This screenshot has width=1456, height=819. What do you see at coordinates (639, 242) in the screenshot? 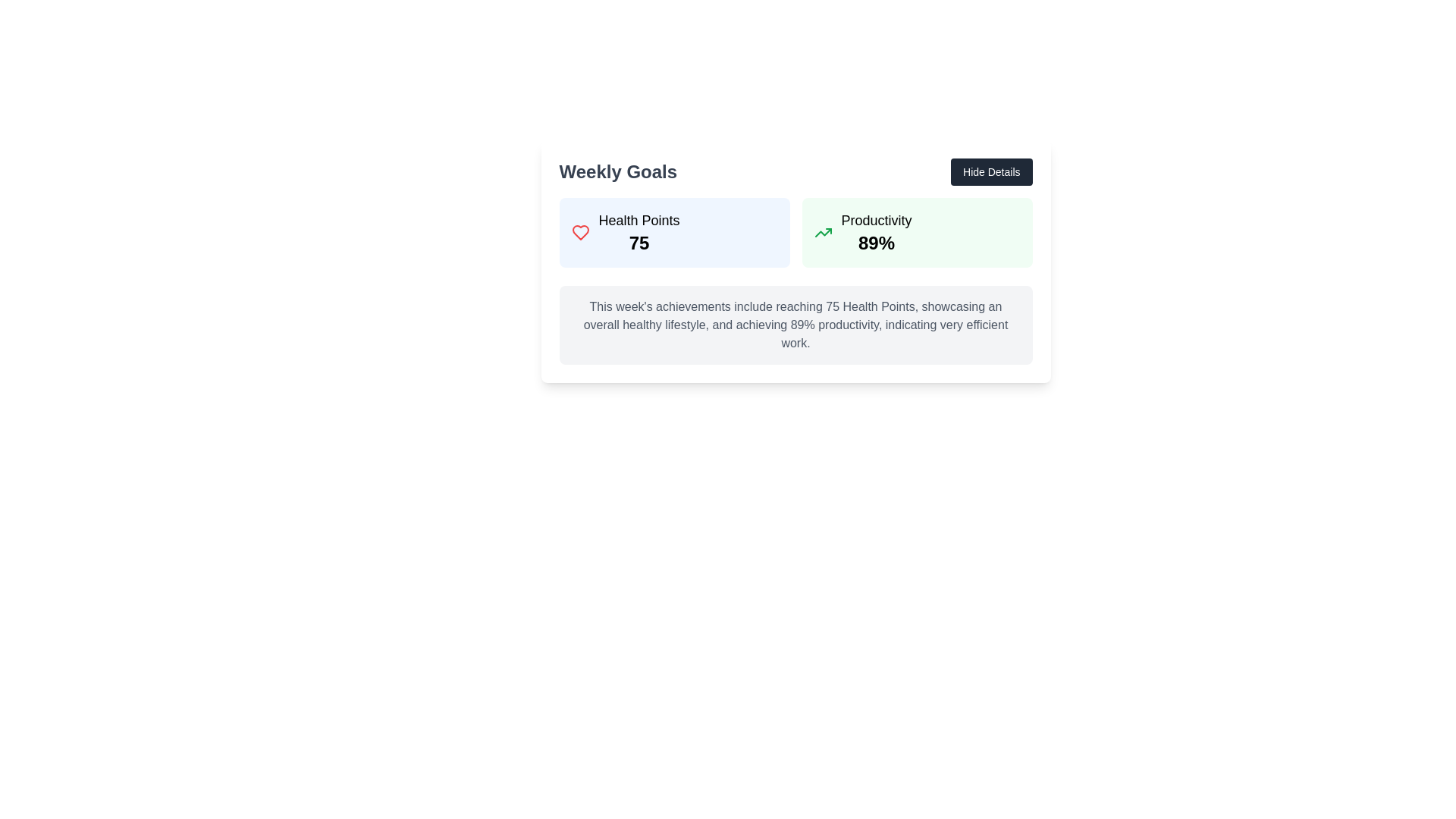
I see `value displayed in the bold numeric text labeled 'Health Points' in the left blue-highlighted section of the 'Weekly Goals' layout, which shows '75'` at bounding box center [639, 242].